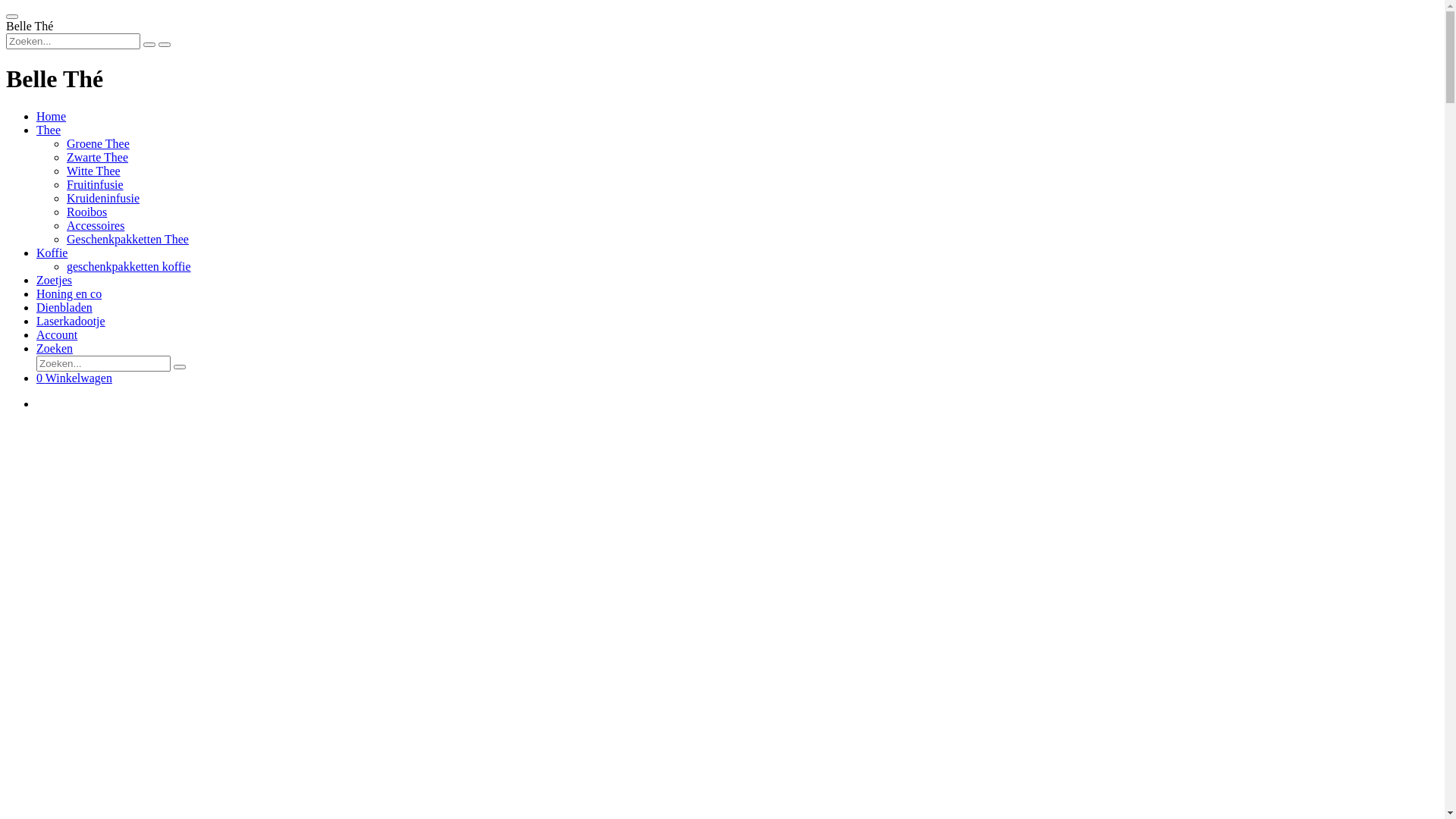  I want to click on 'Account', so click(36, 334).